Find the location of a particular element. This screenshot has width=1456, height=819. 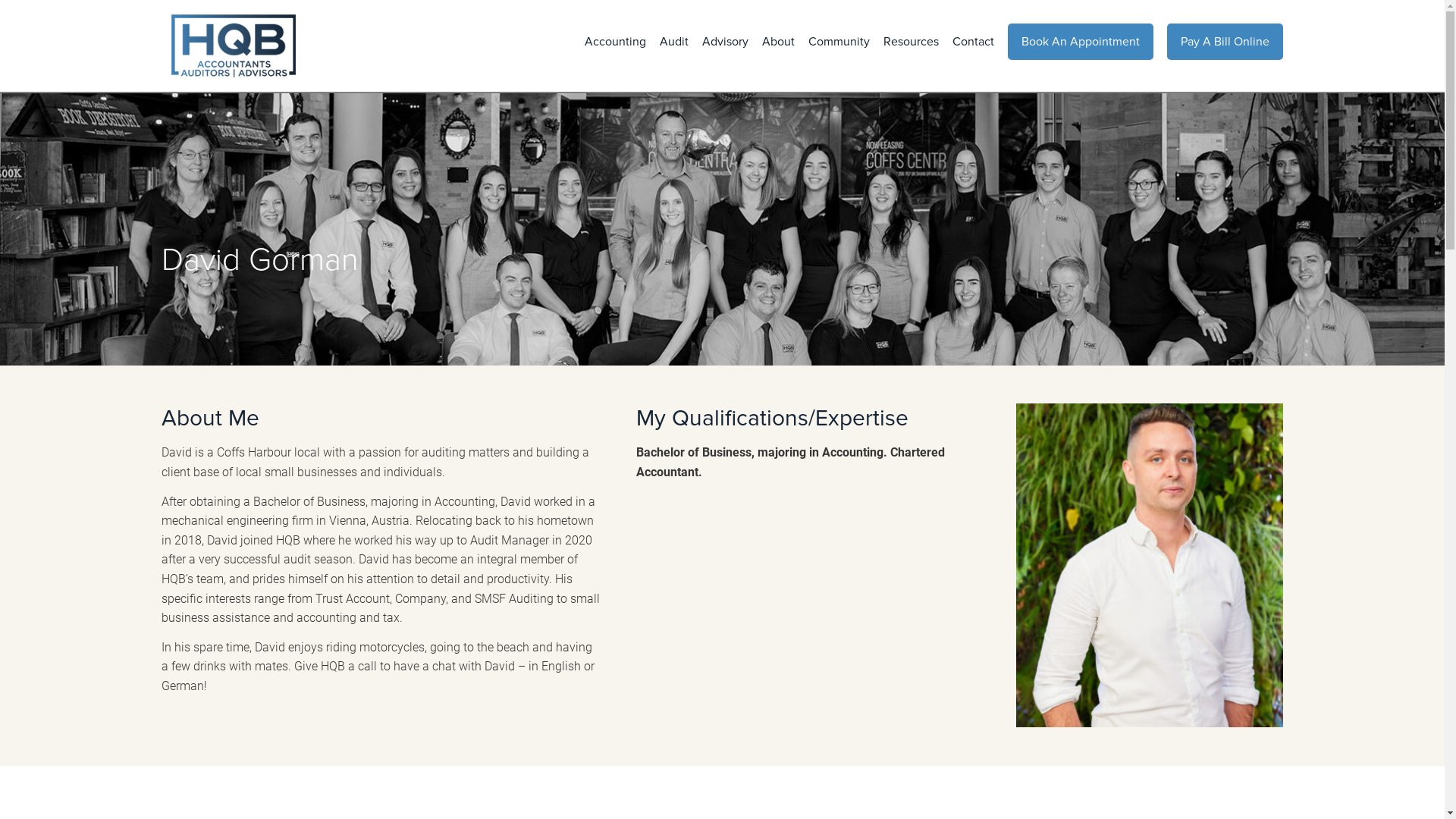

'Audit' is located at coordinates (667, 40).